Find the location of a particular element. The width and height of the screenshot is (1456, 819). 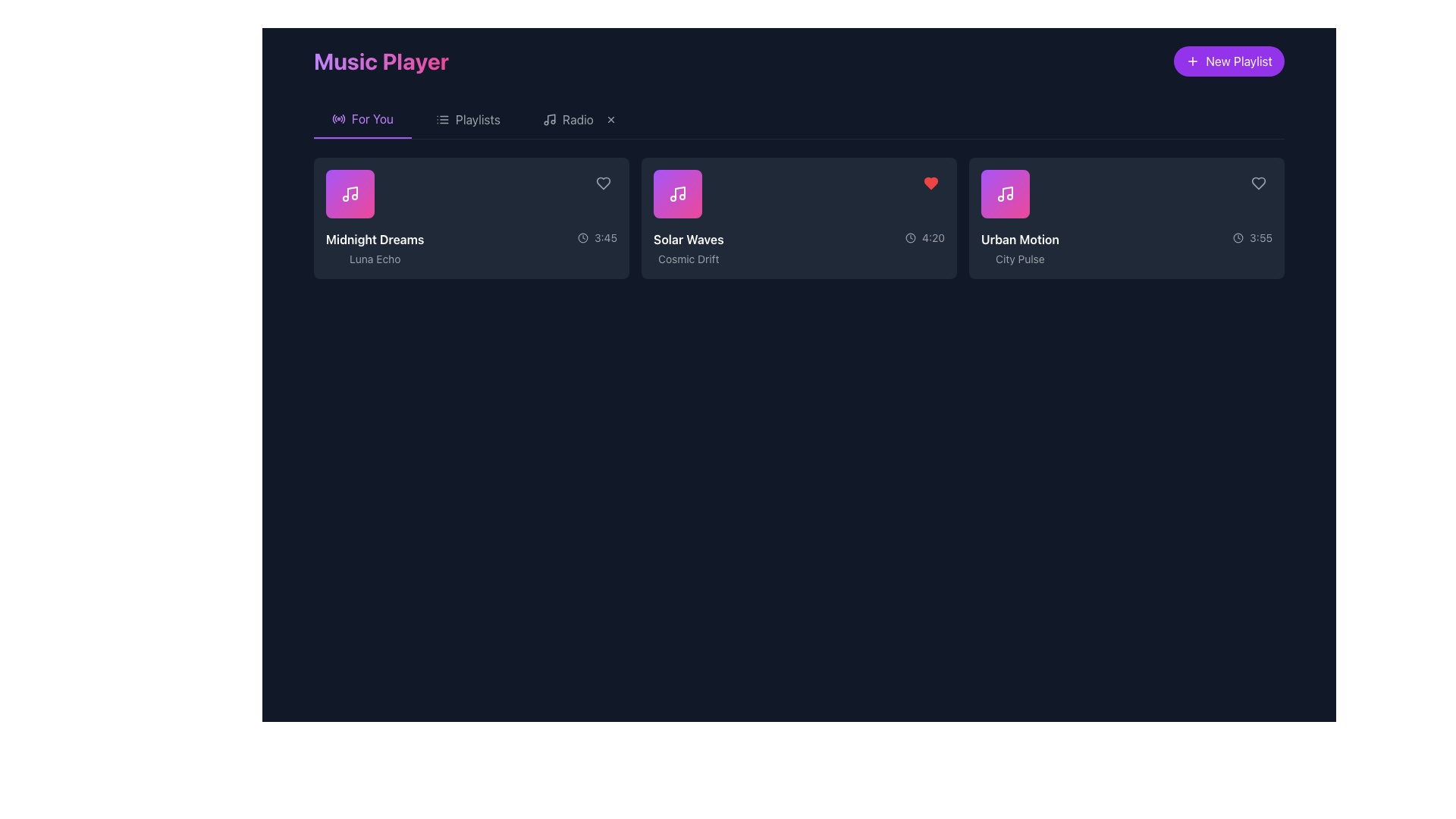

the red cross close button located to the right of the 'Radio' text in the top navigation bar is located at coordinates (610, 119).